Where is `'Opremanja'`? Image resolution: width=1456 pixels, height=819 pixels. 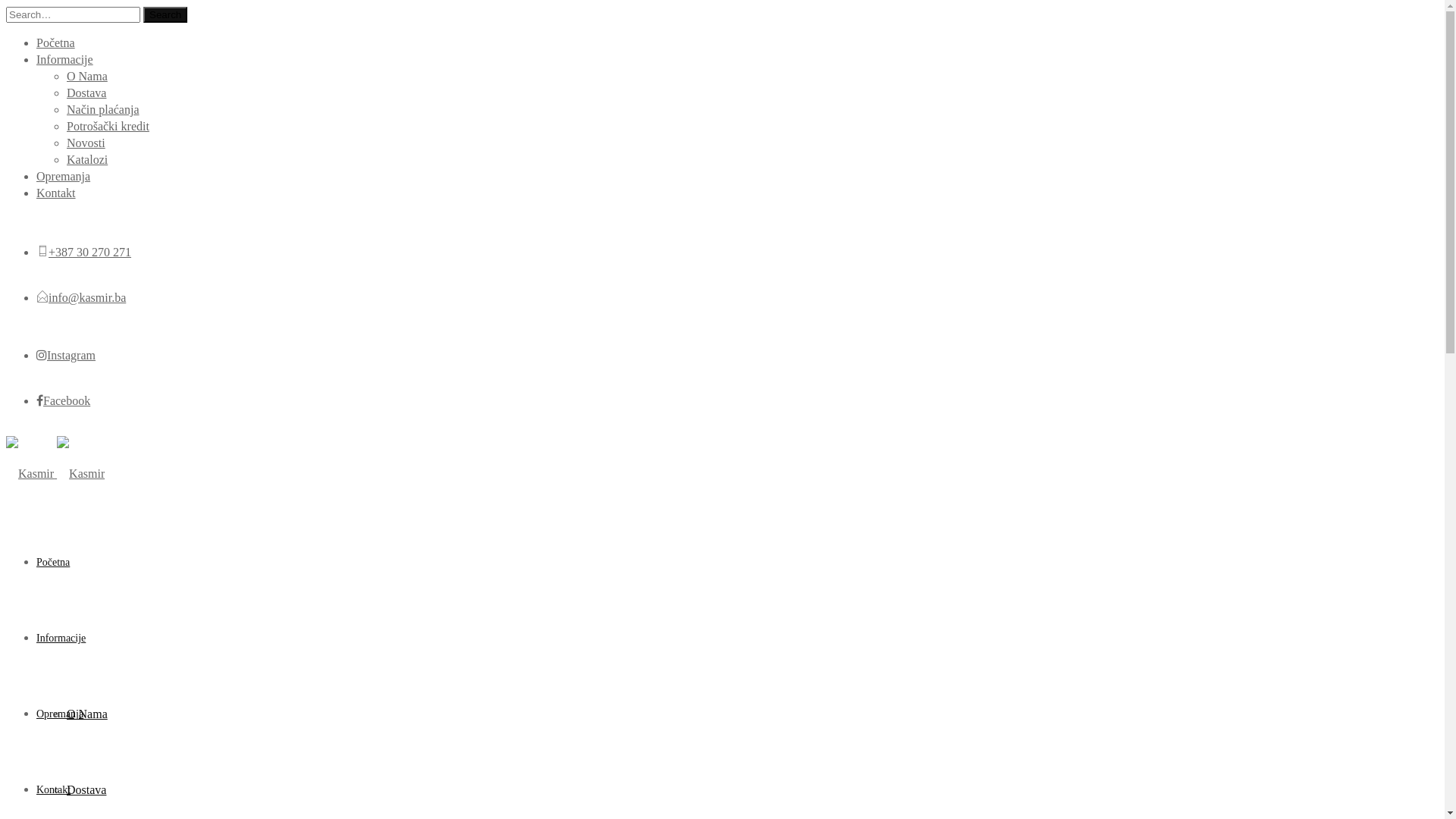
'Opremanja' is located at coordinates (62, 175).